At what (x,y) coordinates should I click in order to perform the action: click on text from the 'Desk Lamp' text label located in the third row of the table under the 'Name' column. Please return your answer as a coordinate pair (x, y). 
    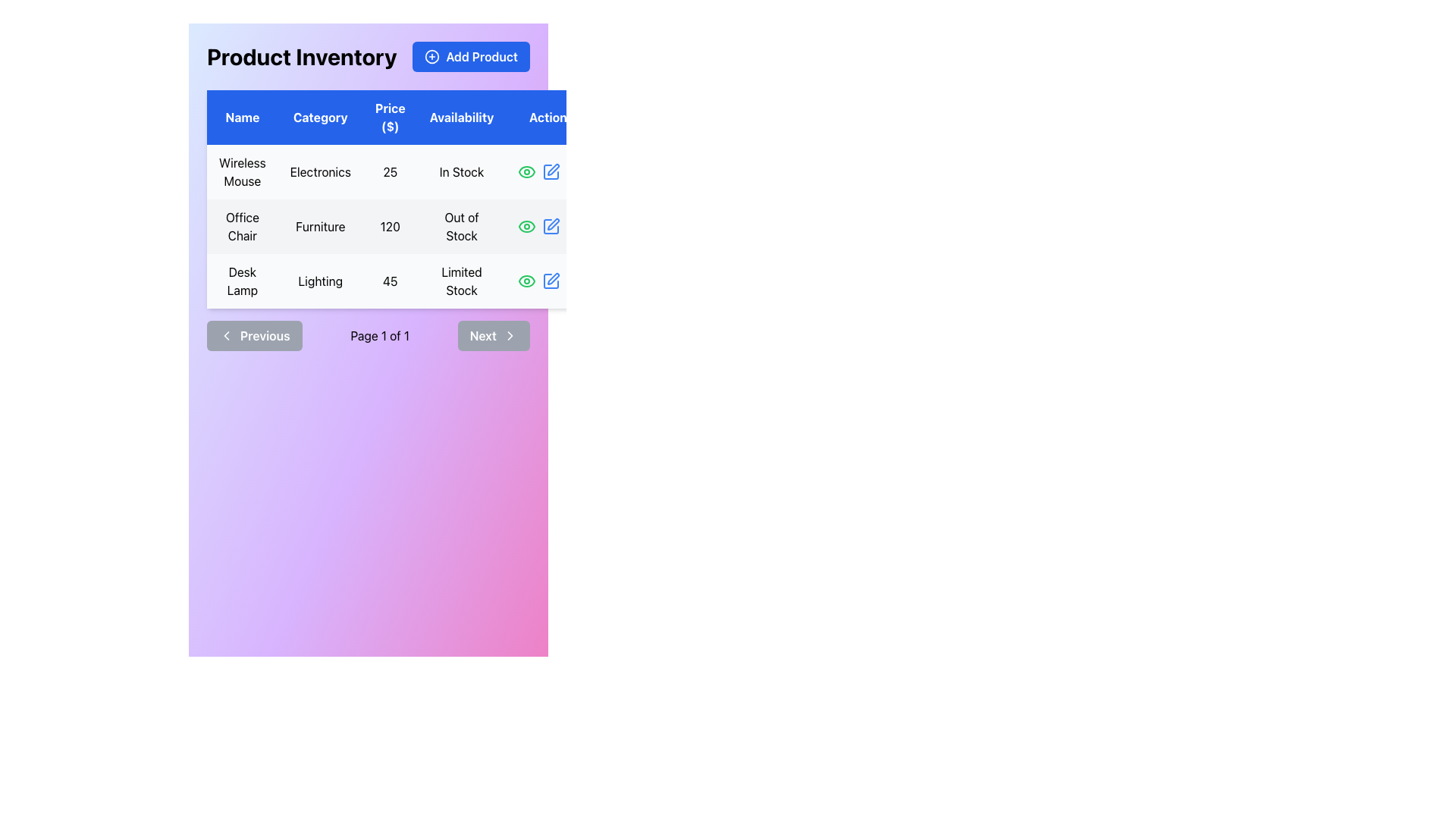
    Looking at the image, I should click on (241, 281).